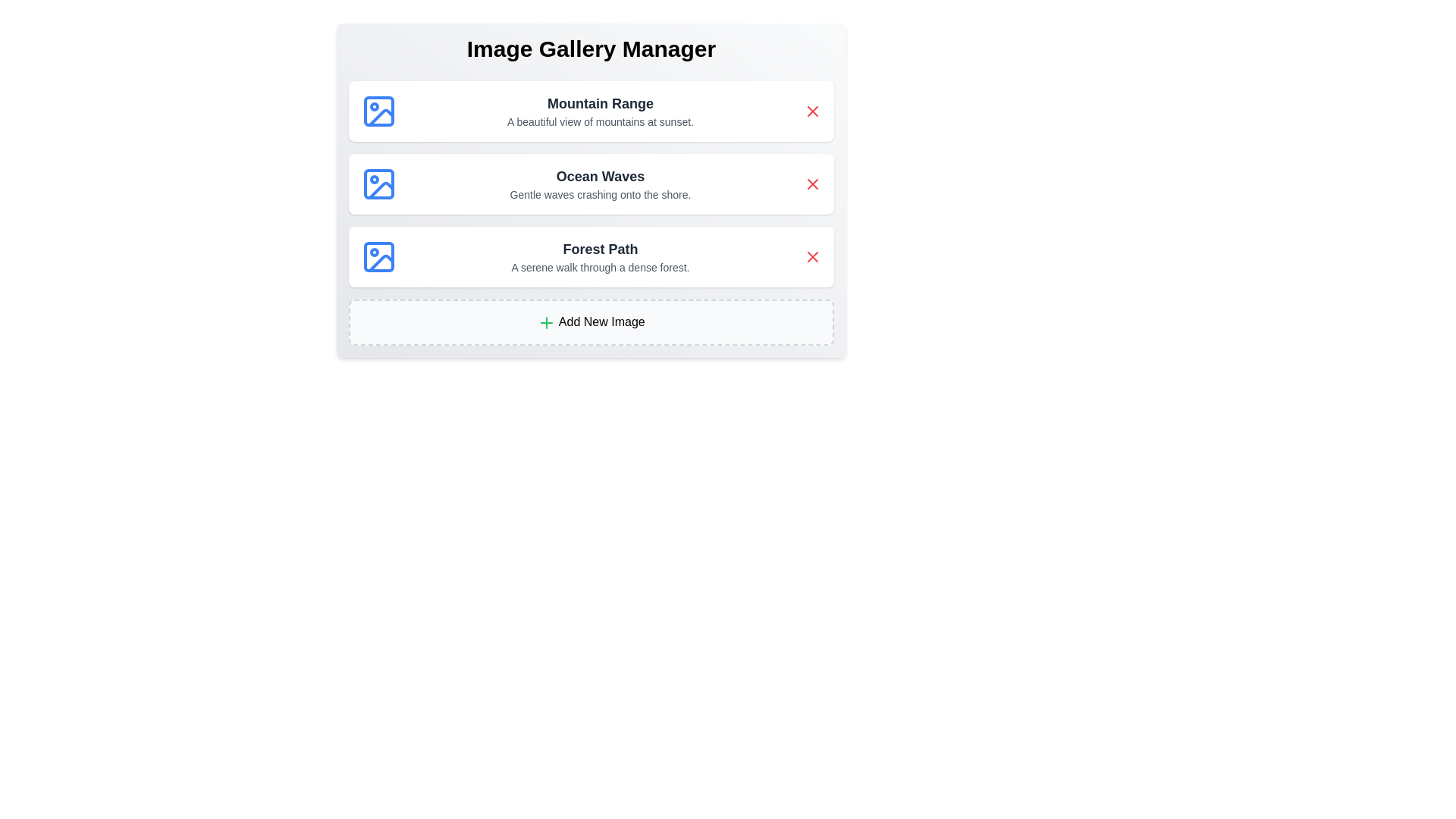 The height and width of the screenshot is (819, 1456). What do you see at coordinates (590, 321) in the screenshot?
I see `the 'Add New Image' button to initiate the process of adding a new image to the gallery` at bounding box center [590, 321].